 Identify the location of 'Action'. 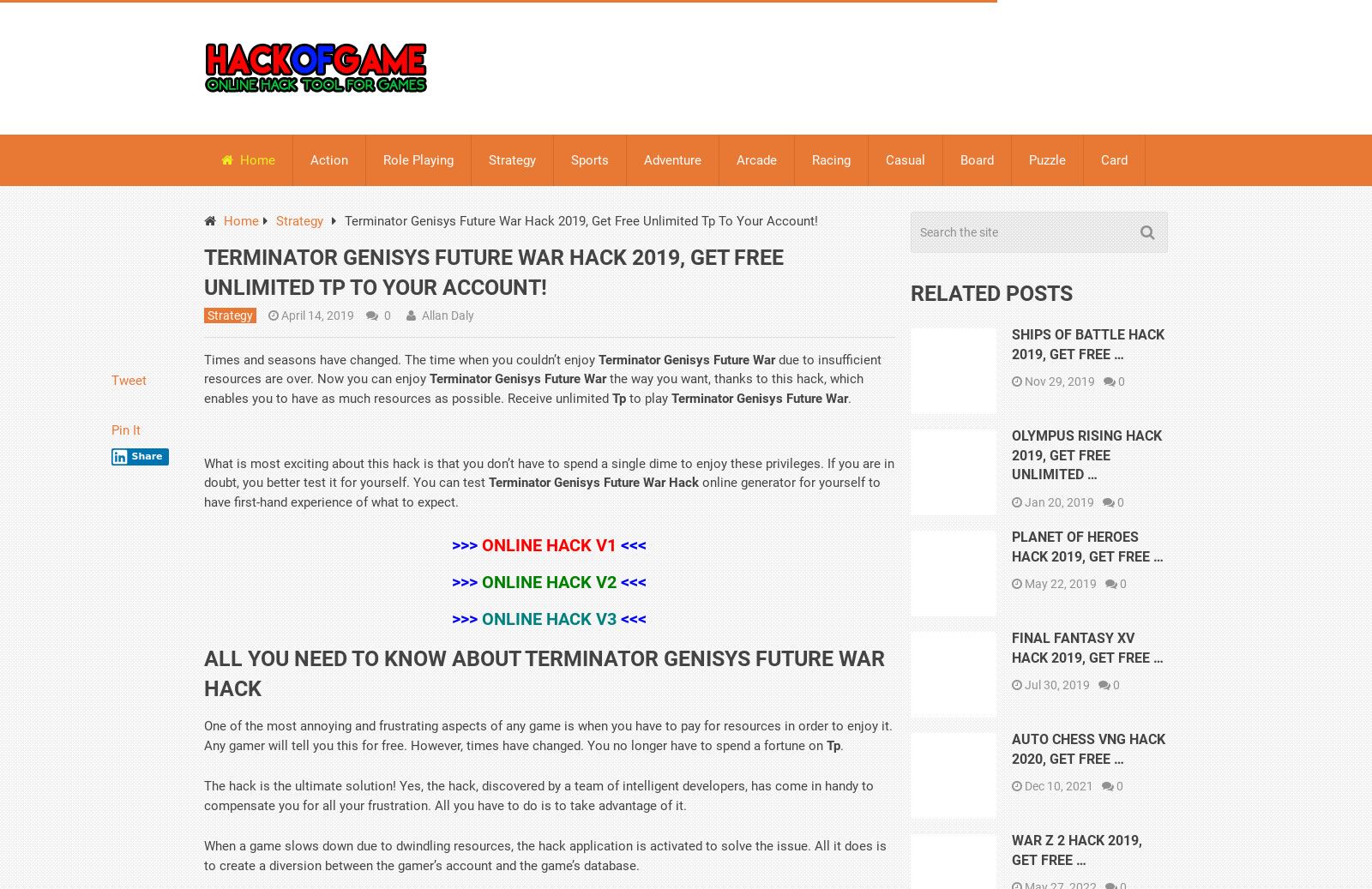
(329, 159).